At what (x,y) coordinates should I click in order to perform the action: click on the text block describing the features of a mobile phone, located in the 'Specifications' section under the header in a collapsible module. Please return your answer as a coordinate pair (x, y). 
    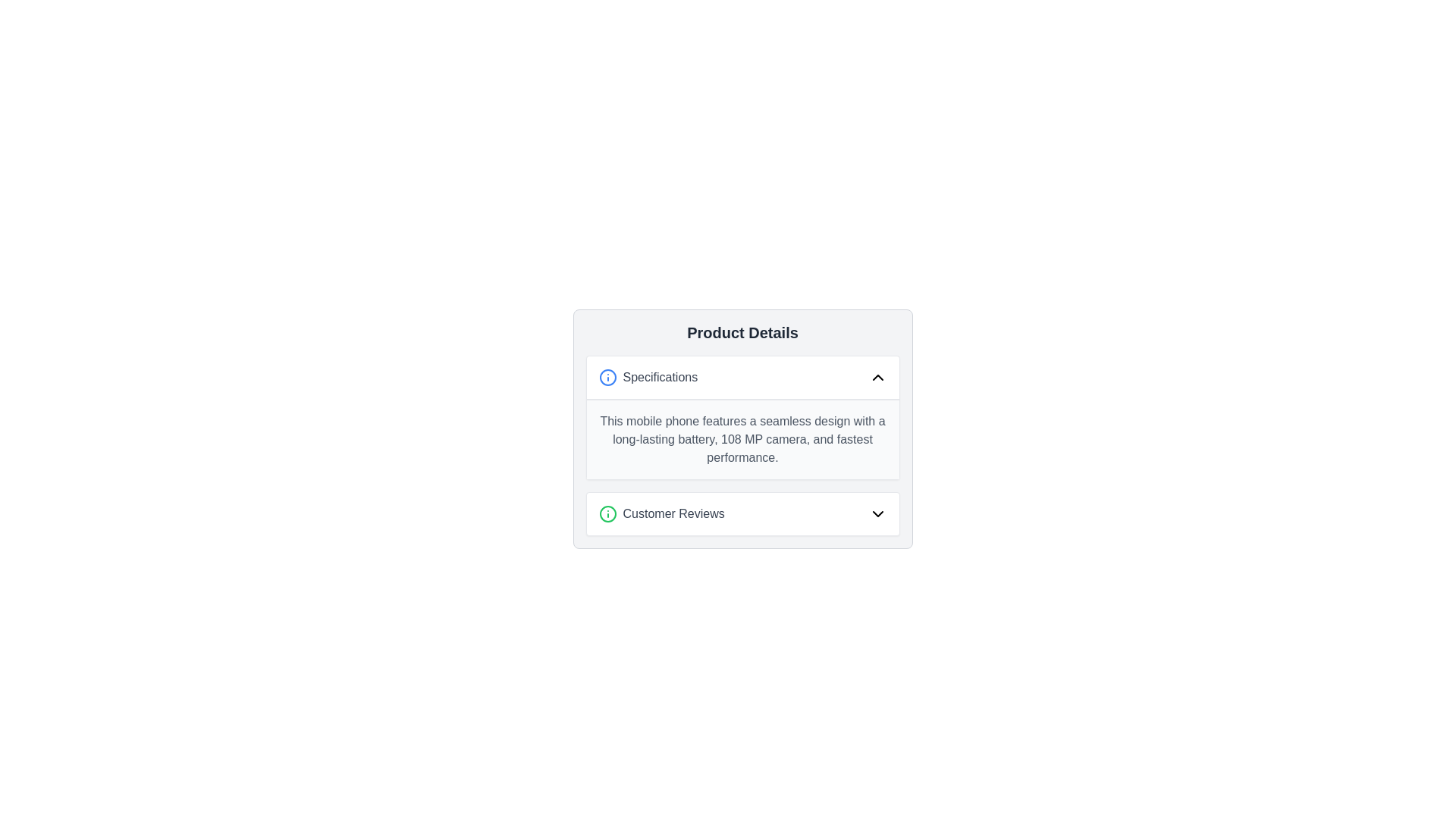
    Looking at the image, I should click on (742, 438).